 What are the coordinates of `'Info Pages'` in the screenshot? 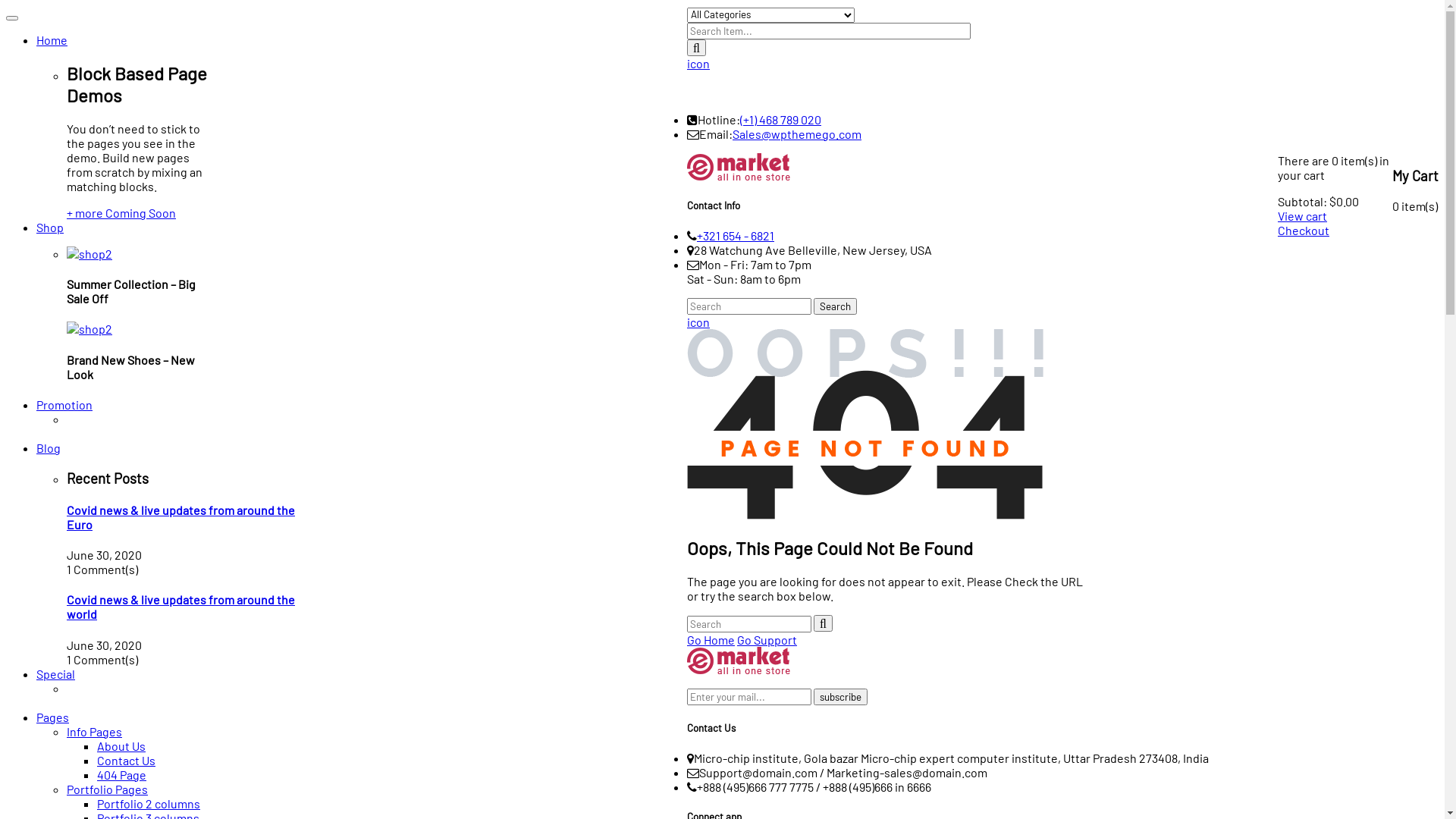 It's located at (65, 730).